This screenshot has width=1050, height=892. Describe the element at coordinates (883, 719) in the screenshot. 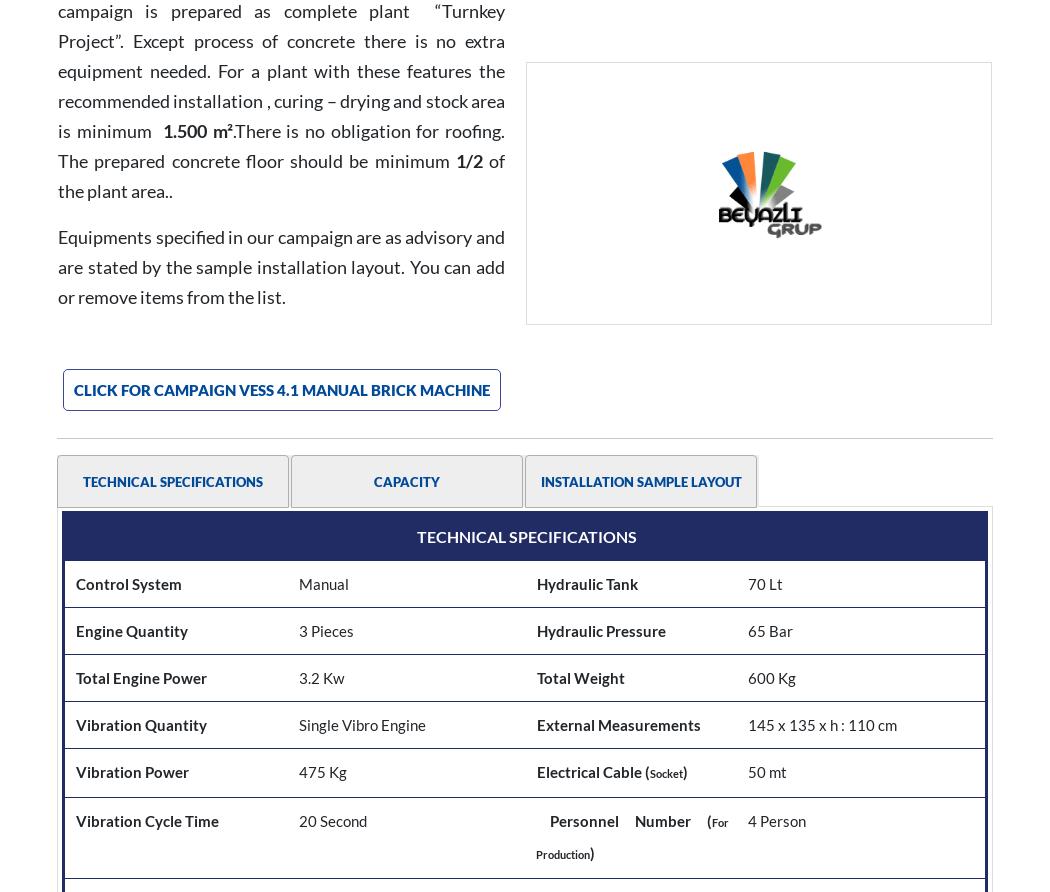

I see `'CONTACT WITH US'` at that location.